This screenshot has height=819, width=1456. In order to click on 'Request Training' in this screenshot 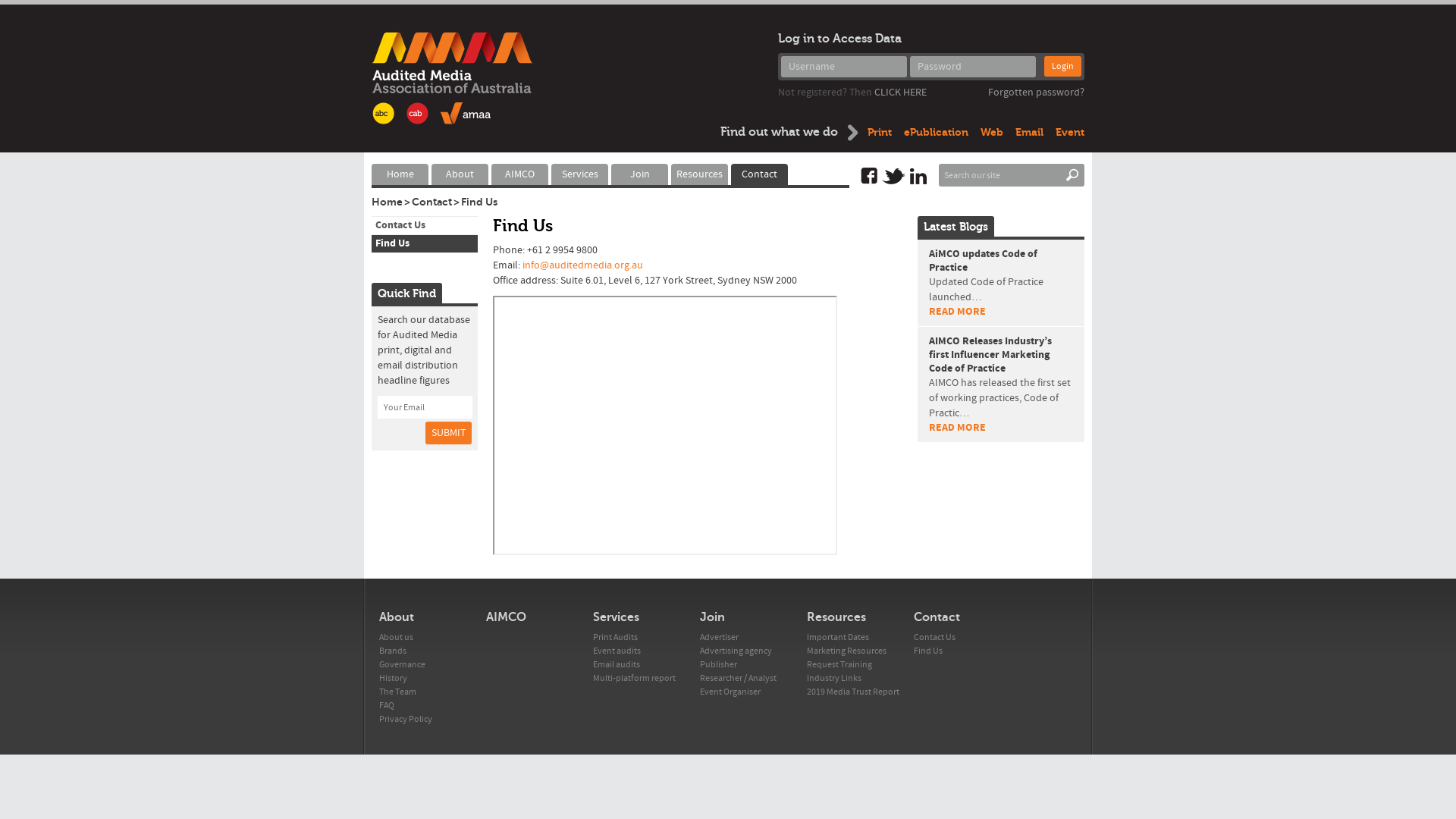, I will do `click(839, 664)`.